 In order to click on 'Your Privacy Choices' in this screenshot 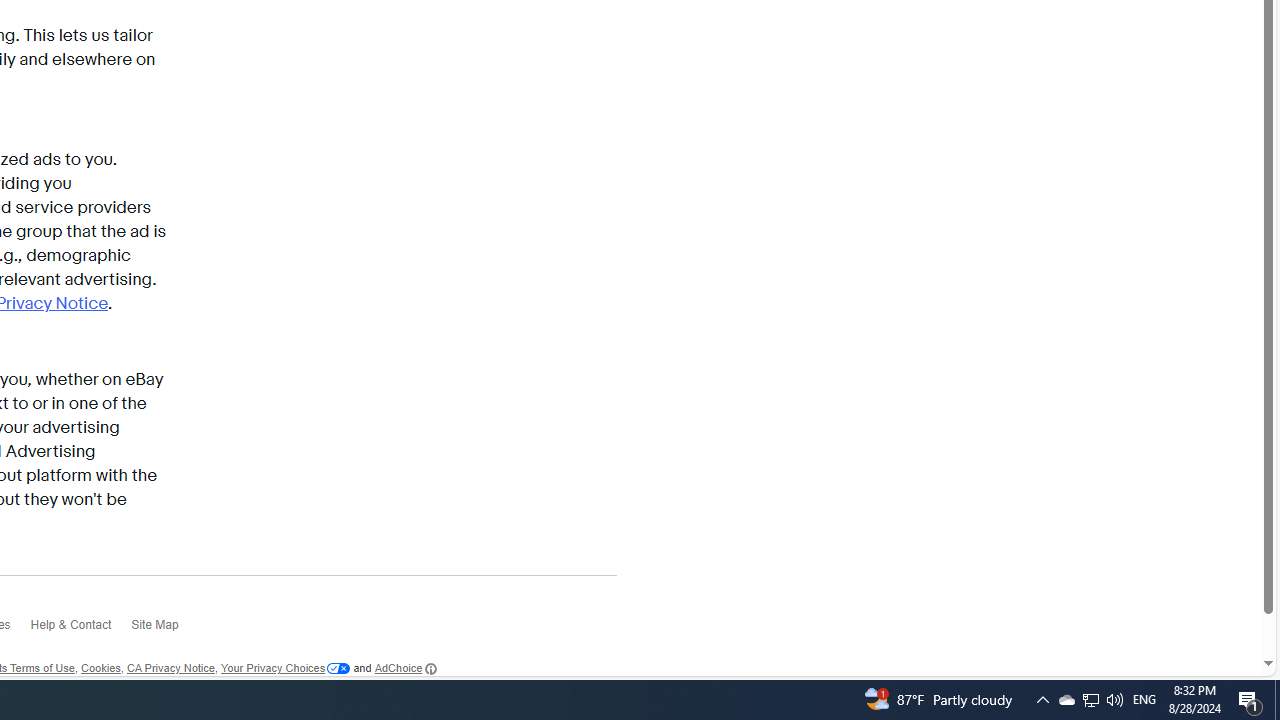, I will do `click(285, 669)`.